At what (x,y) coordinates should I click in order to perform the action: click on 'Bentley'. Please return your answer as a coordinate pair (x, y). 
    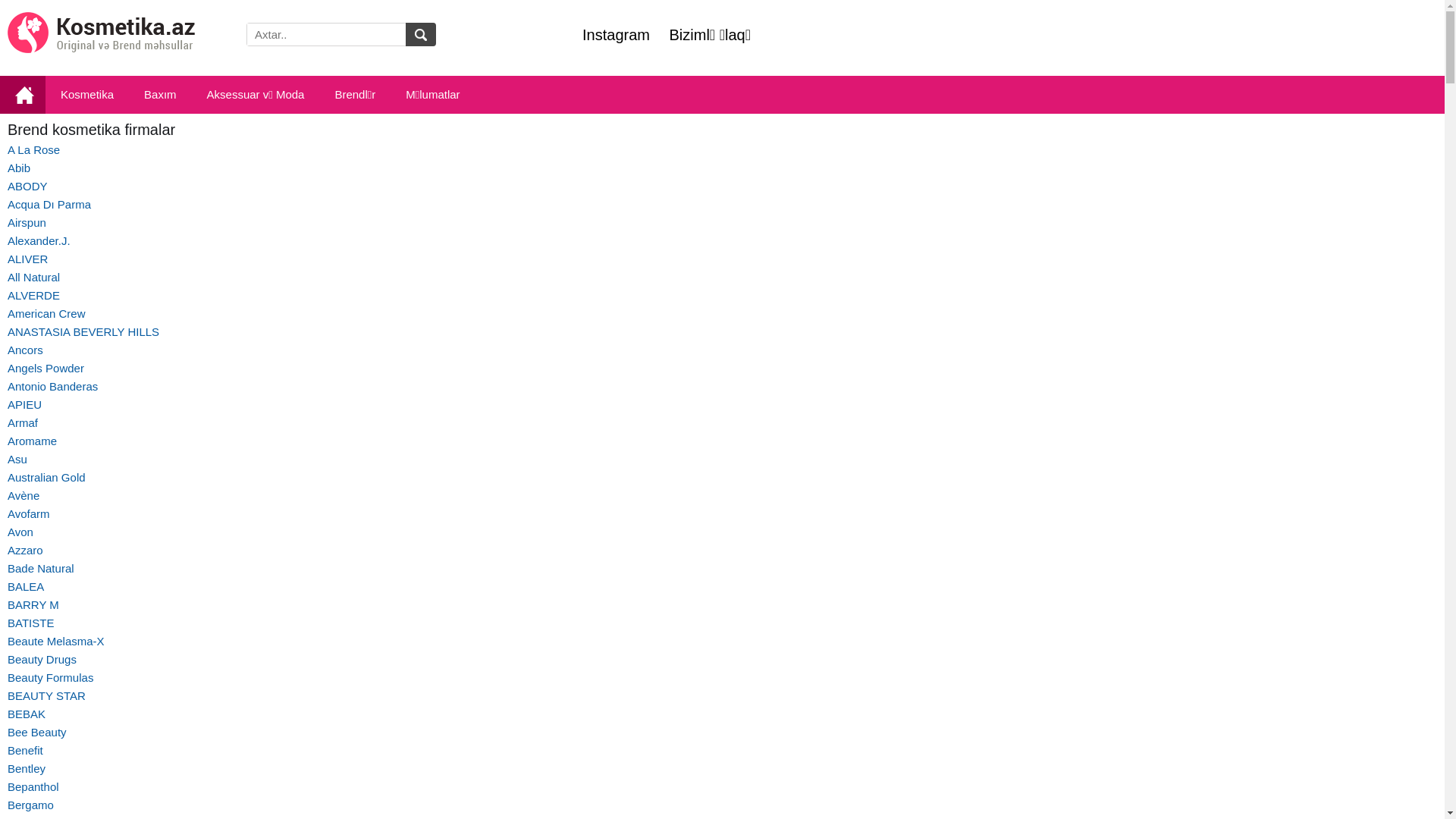
    Looking at the image, I should click on (26, 768).